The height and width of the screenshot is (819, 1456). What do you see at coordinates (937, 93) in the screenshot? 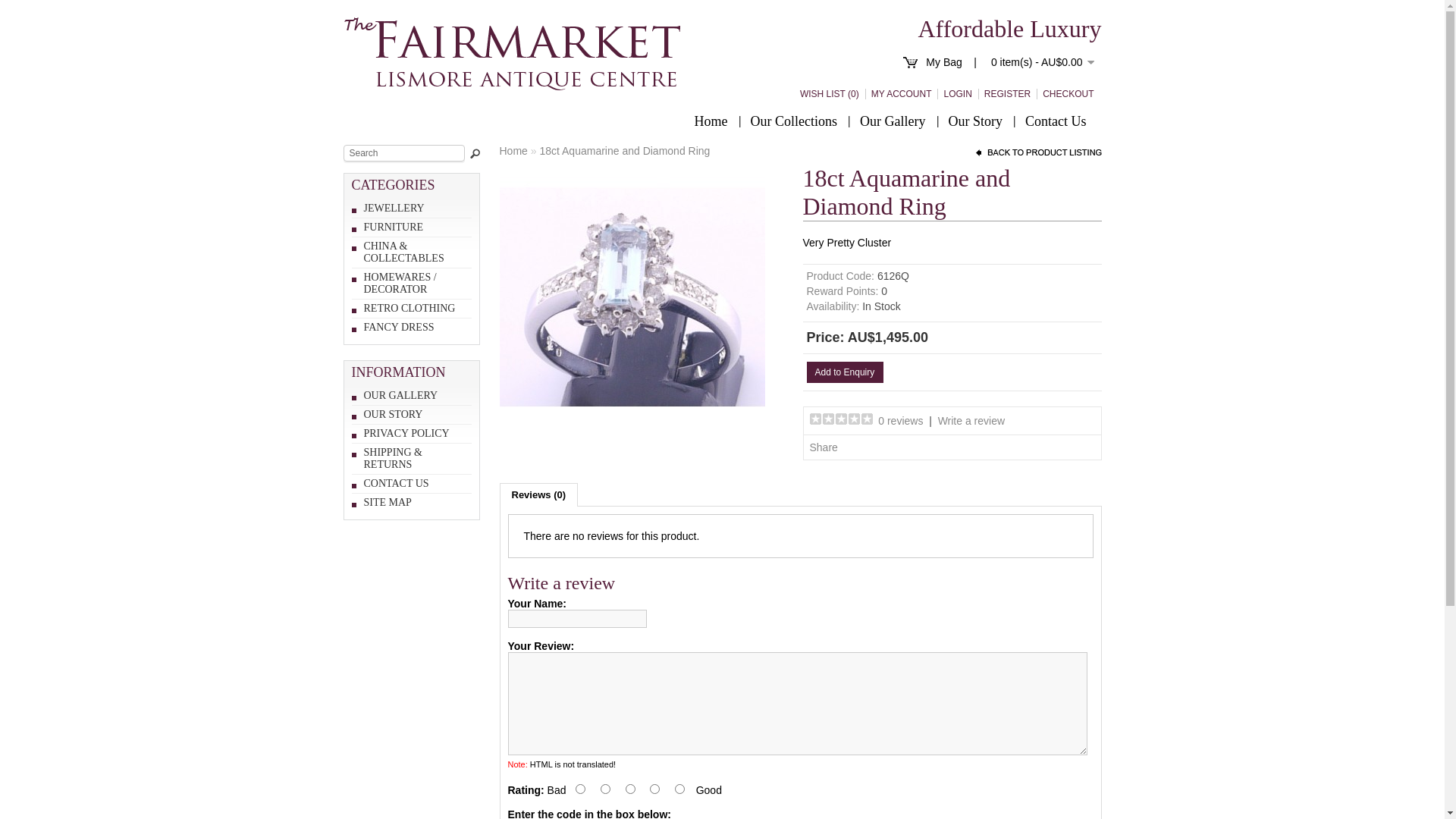
I see `'LOGIN'` at bounding box center [937, 93].